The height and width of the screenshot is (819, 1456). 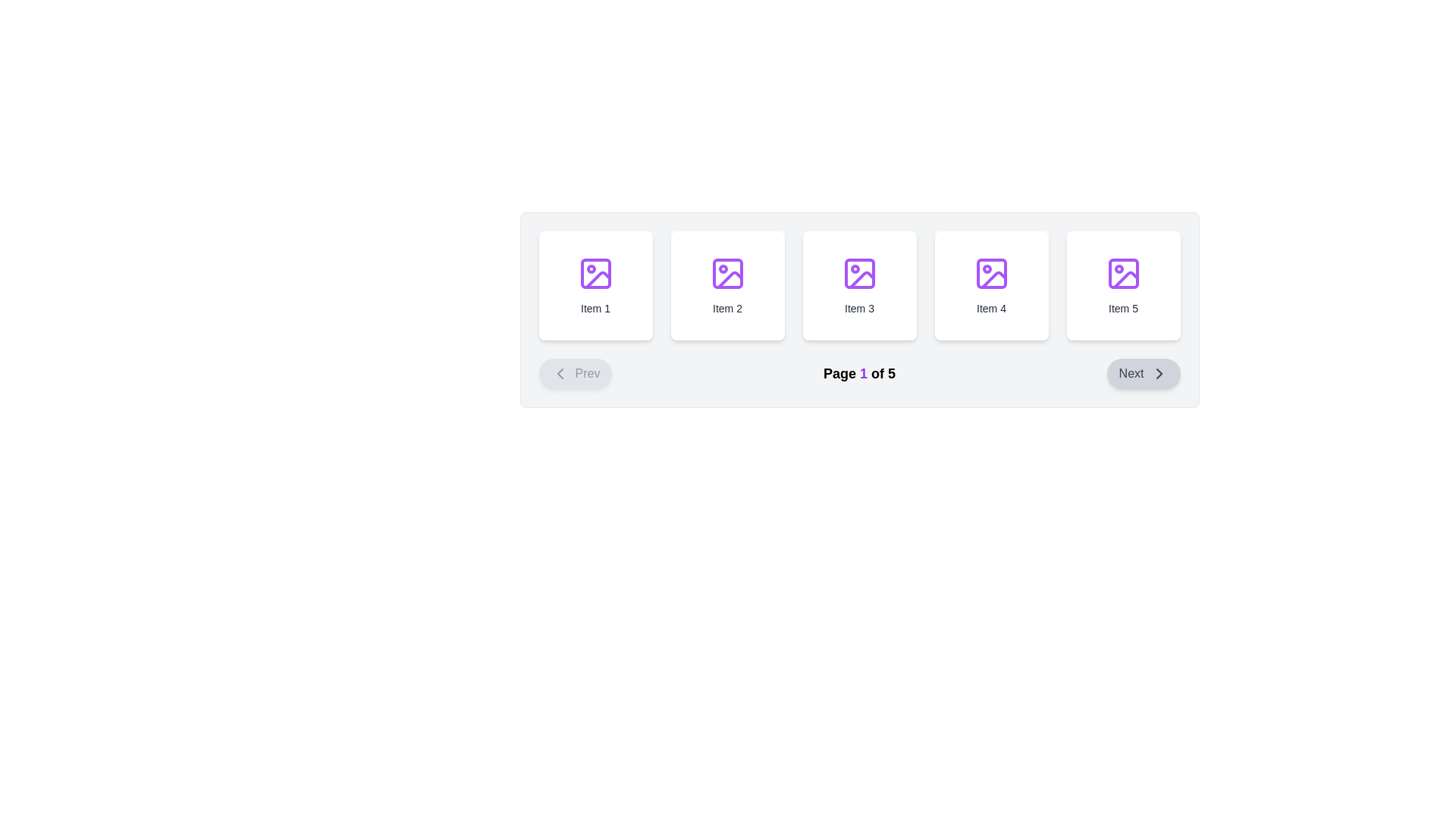 What do you see at coordinates (1131, 374) in the screenshot?
I see `the 'Next' button by clicking on the 'Next' text label located at the bottom-right corner of the interface` at bounding box center [1131, 374].